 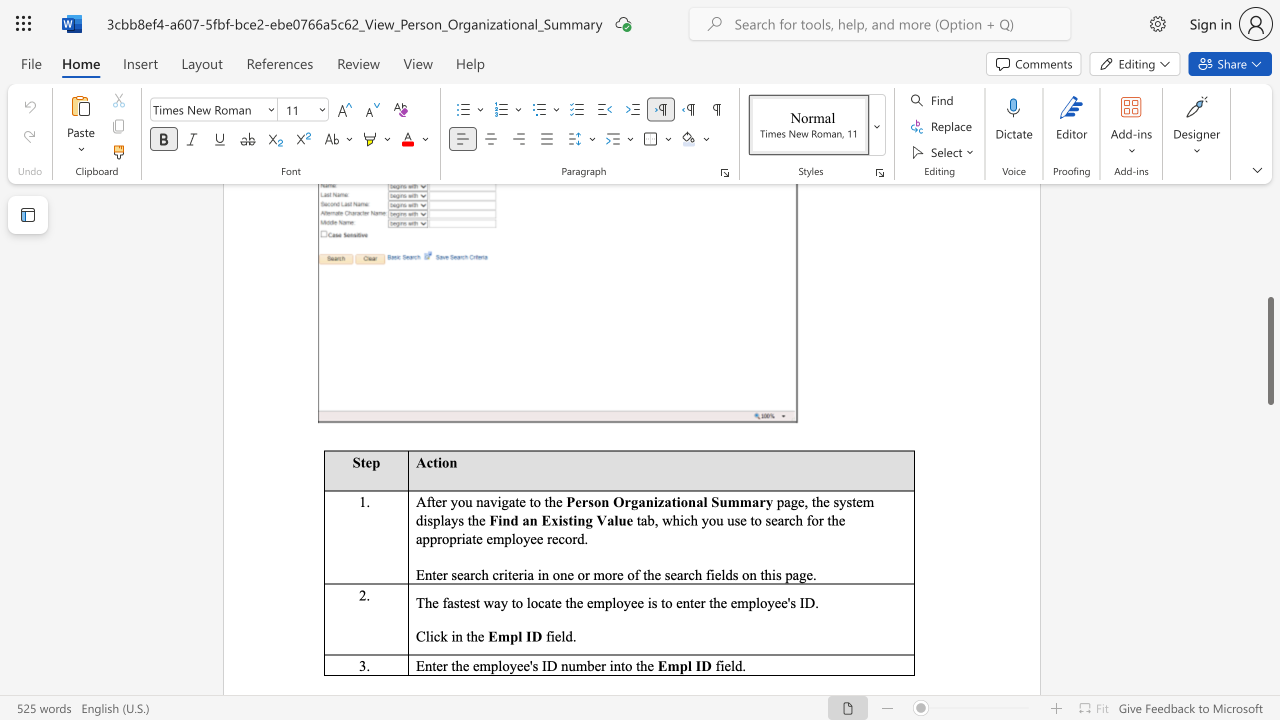 What do you see at coordinates (522, 501) in the screenshot?
I see `the 2th character "e" in the text` at bounding box center [522, 501].